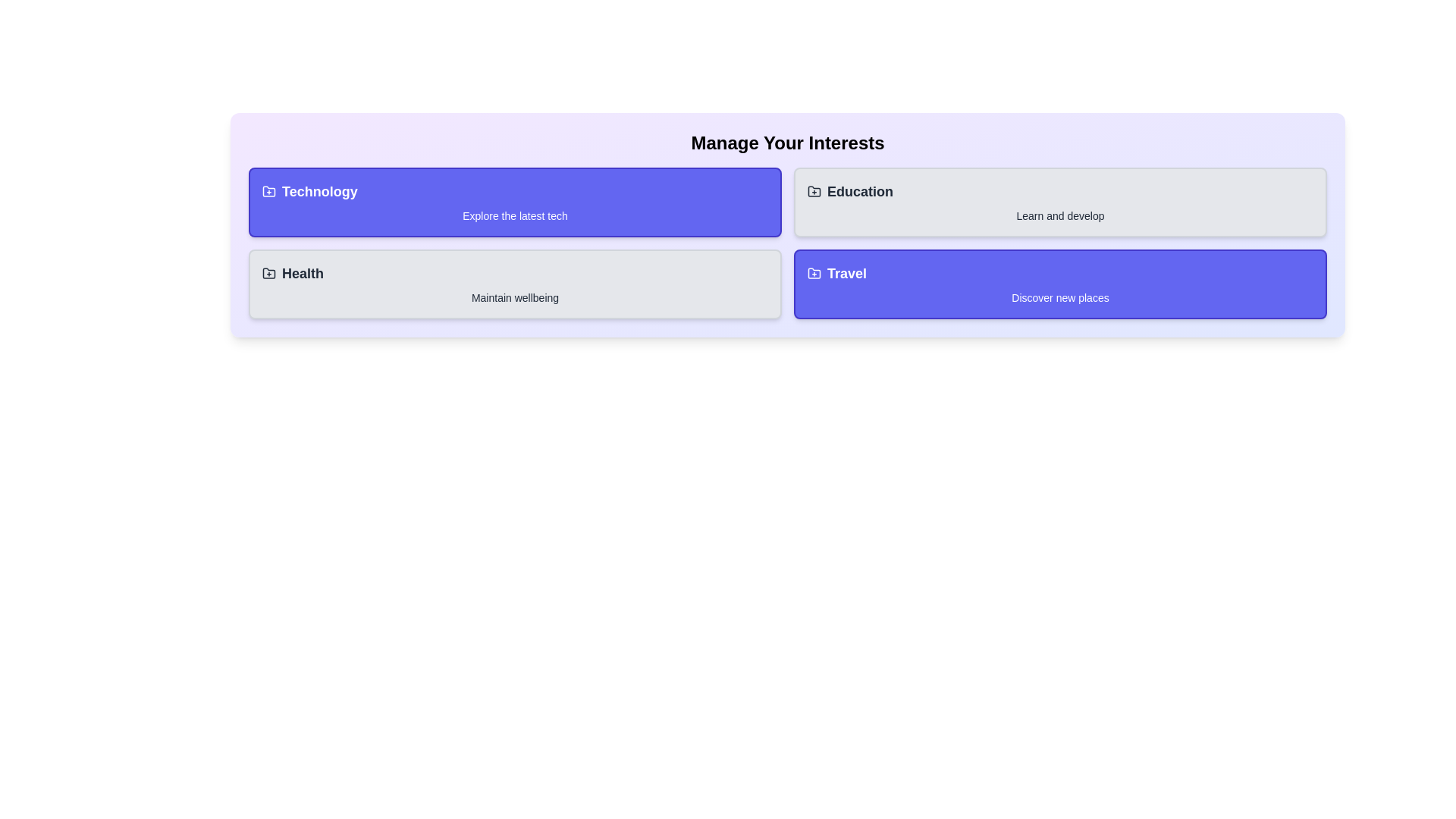 The height and width of the screenshot is (819, 1456). Describe the element at coordinates (515, 201) in the screenshot. I see `the category Technology to toggle its active status` at that location.